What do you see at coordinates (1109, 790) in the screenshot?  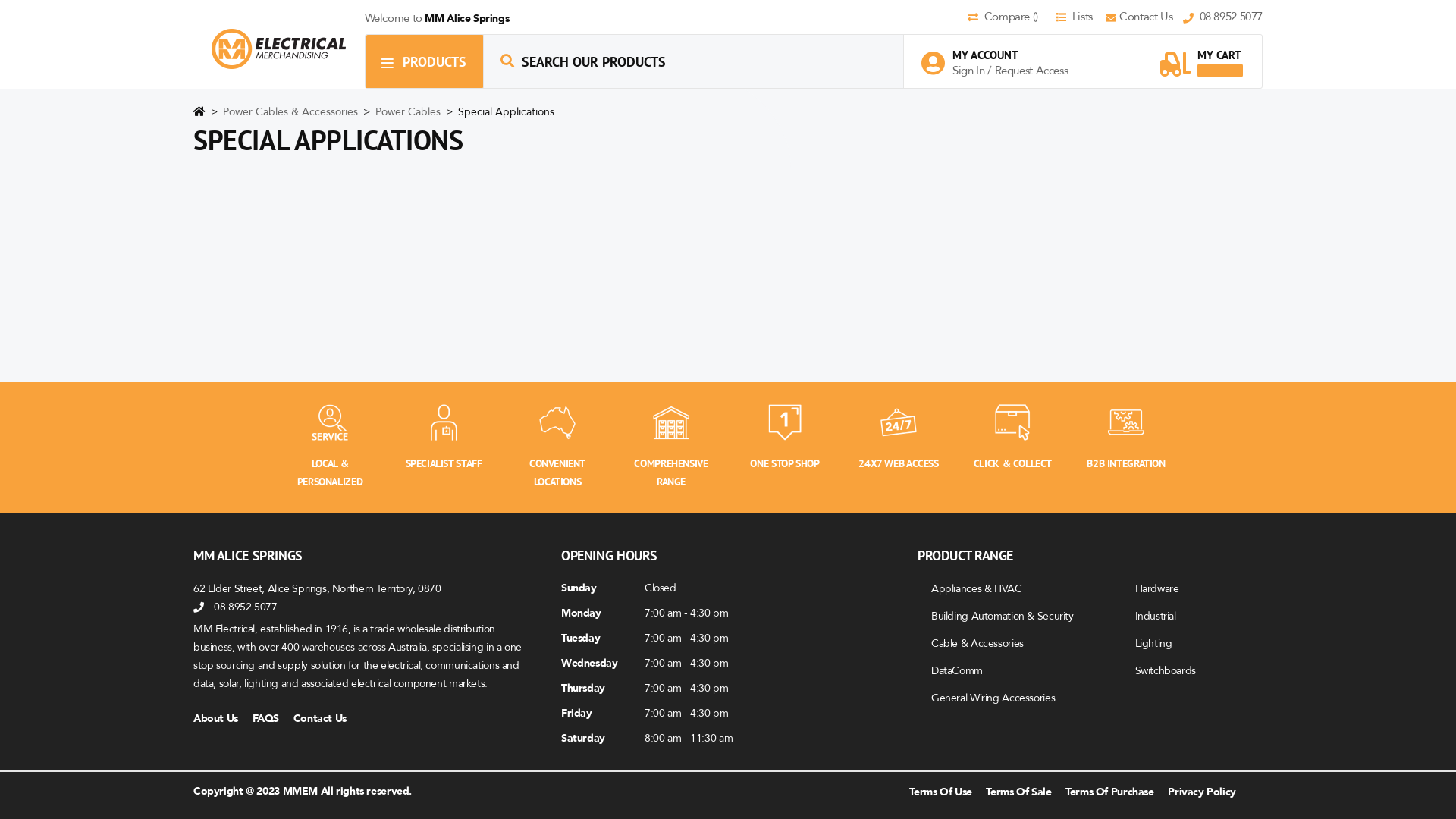 I see `'Terms Of Purchase'` at bounding box center [1109, 790].